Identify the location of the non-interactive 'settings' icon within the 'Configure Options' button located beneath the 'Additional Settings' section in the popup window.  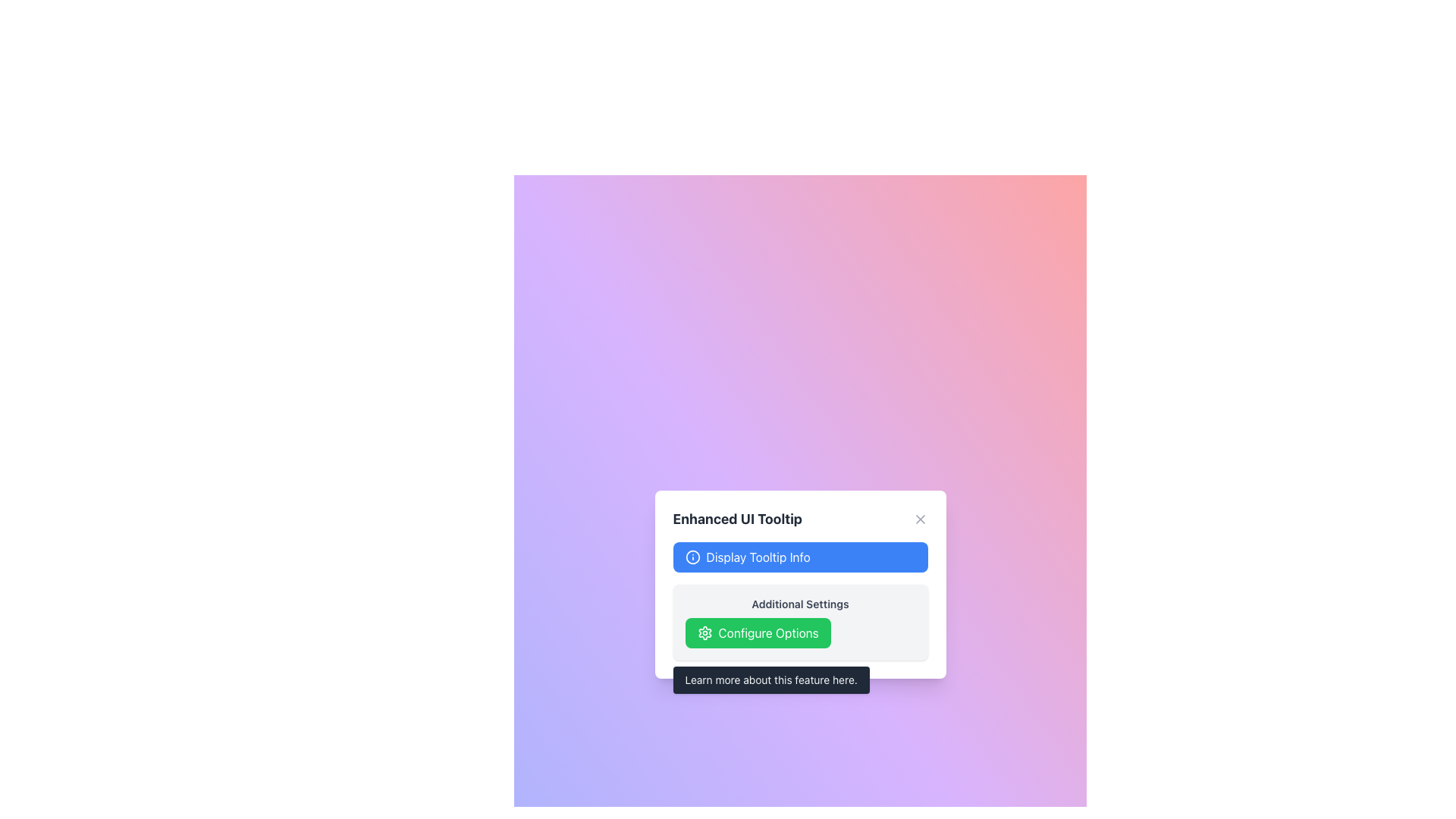
(704, 632).